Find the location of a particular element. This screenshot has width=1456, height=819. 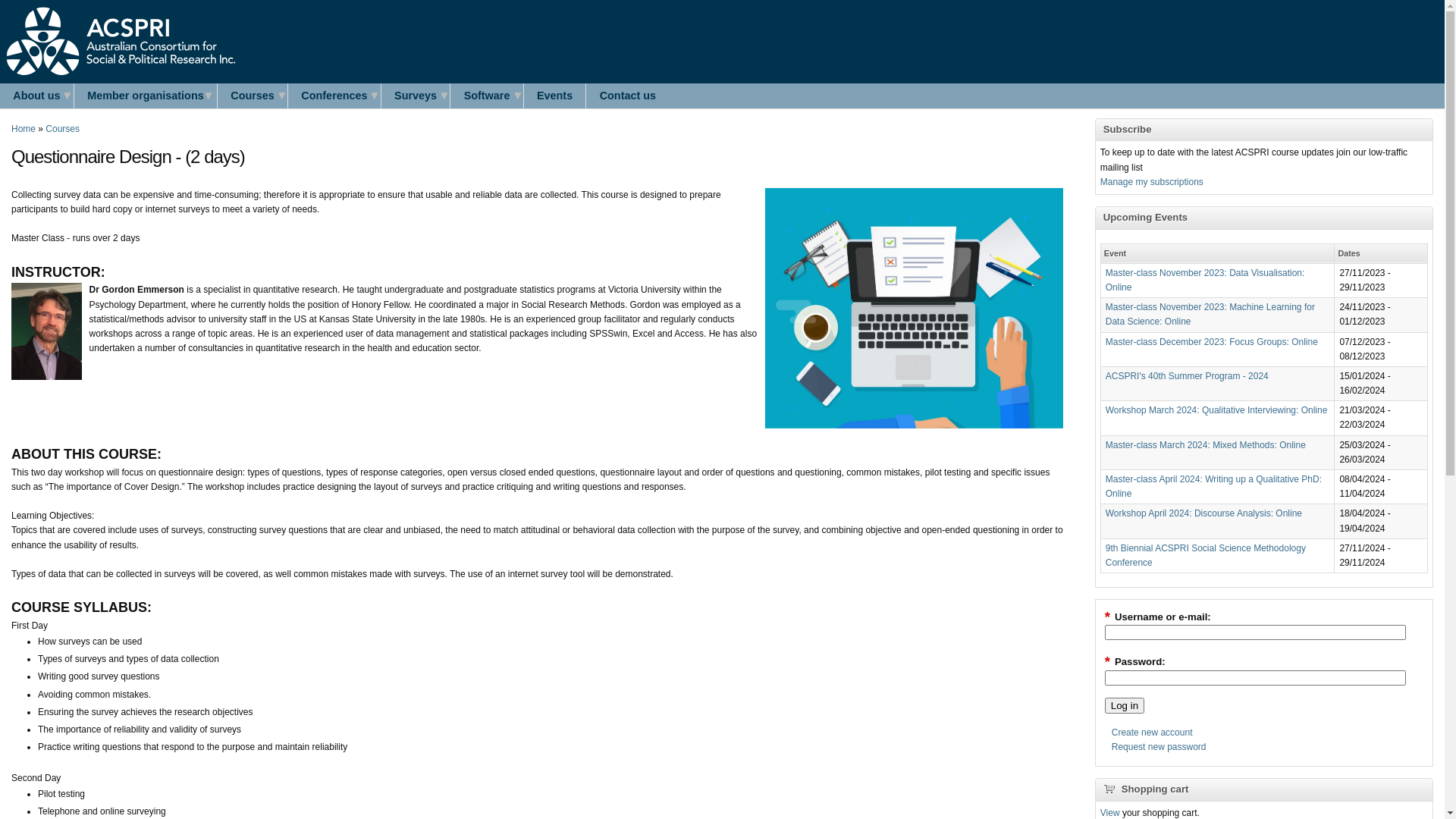

'Conferences' is located at coordinates (287, 96).